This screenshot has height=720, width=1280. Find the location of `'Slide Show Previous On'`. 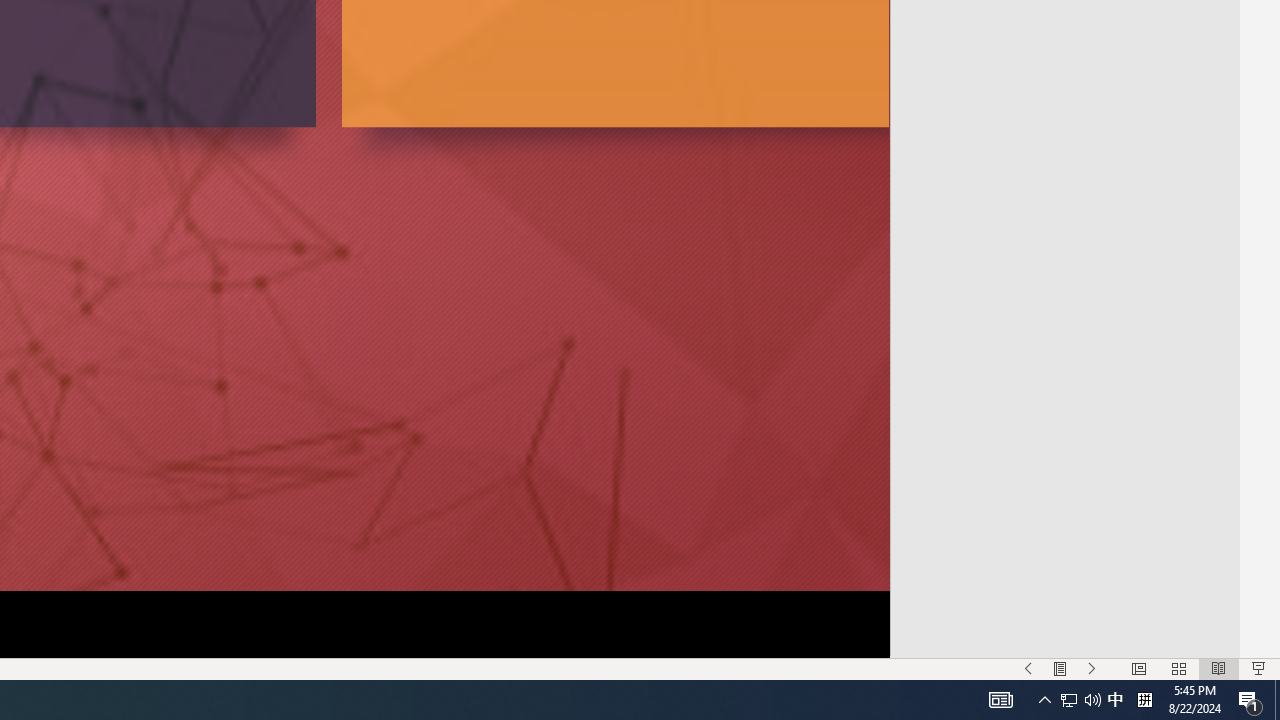

'Slide Show Previous On' is located at coordinates (1028, 669).